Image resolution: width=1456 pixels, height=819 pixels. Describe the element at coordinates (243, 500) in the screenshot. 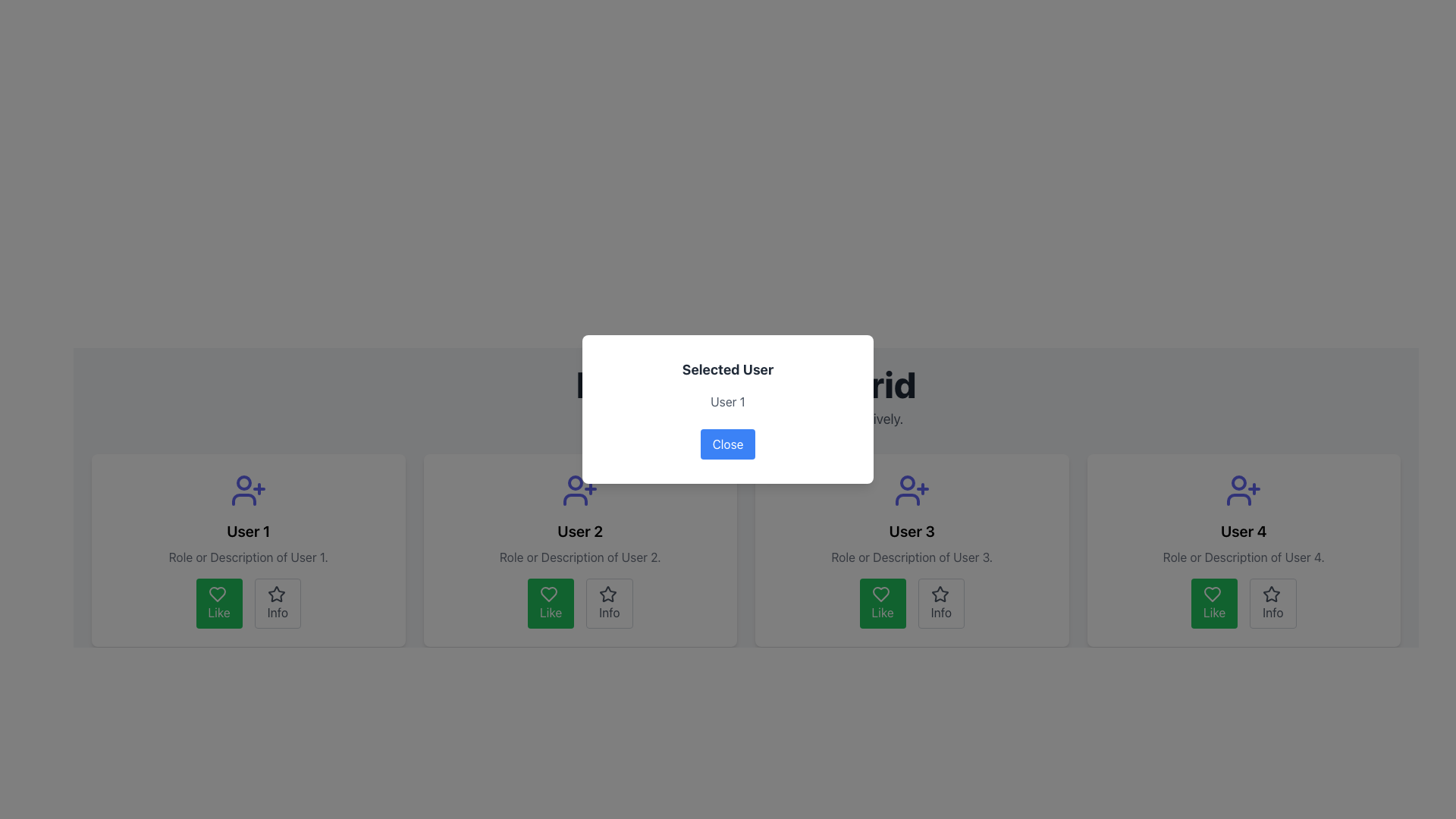

I see `the user profile icon that symbolizes a person, which is positioned above the label 'User 1' in the user grid` at that location.